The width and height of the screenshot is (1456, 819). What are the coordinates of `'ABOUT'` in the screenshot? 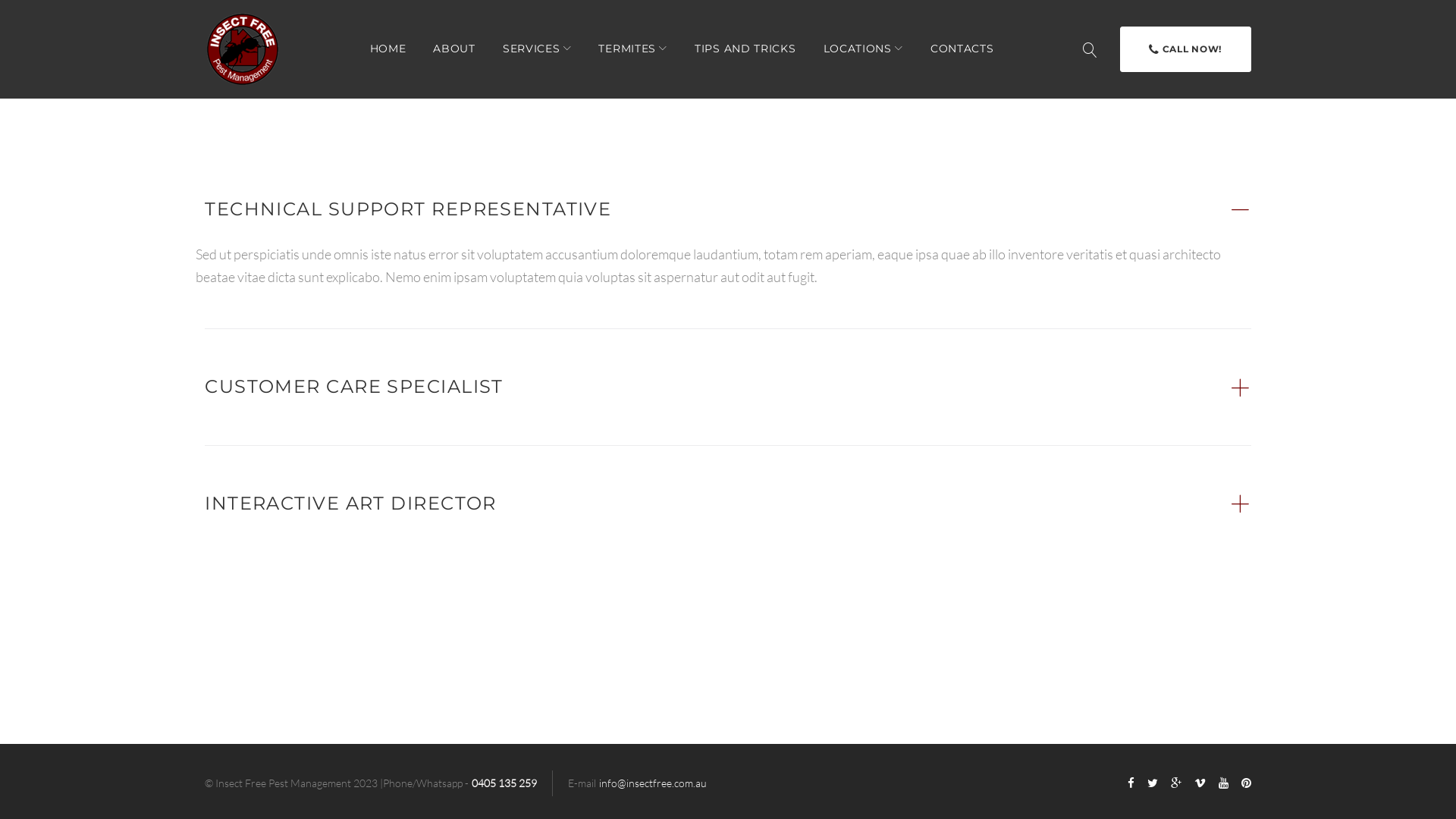 It's located at (453, 48).